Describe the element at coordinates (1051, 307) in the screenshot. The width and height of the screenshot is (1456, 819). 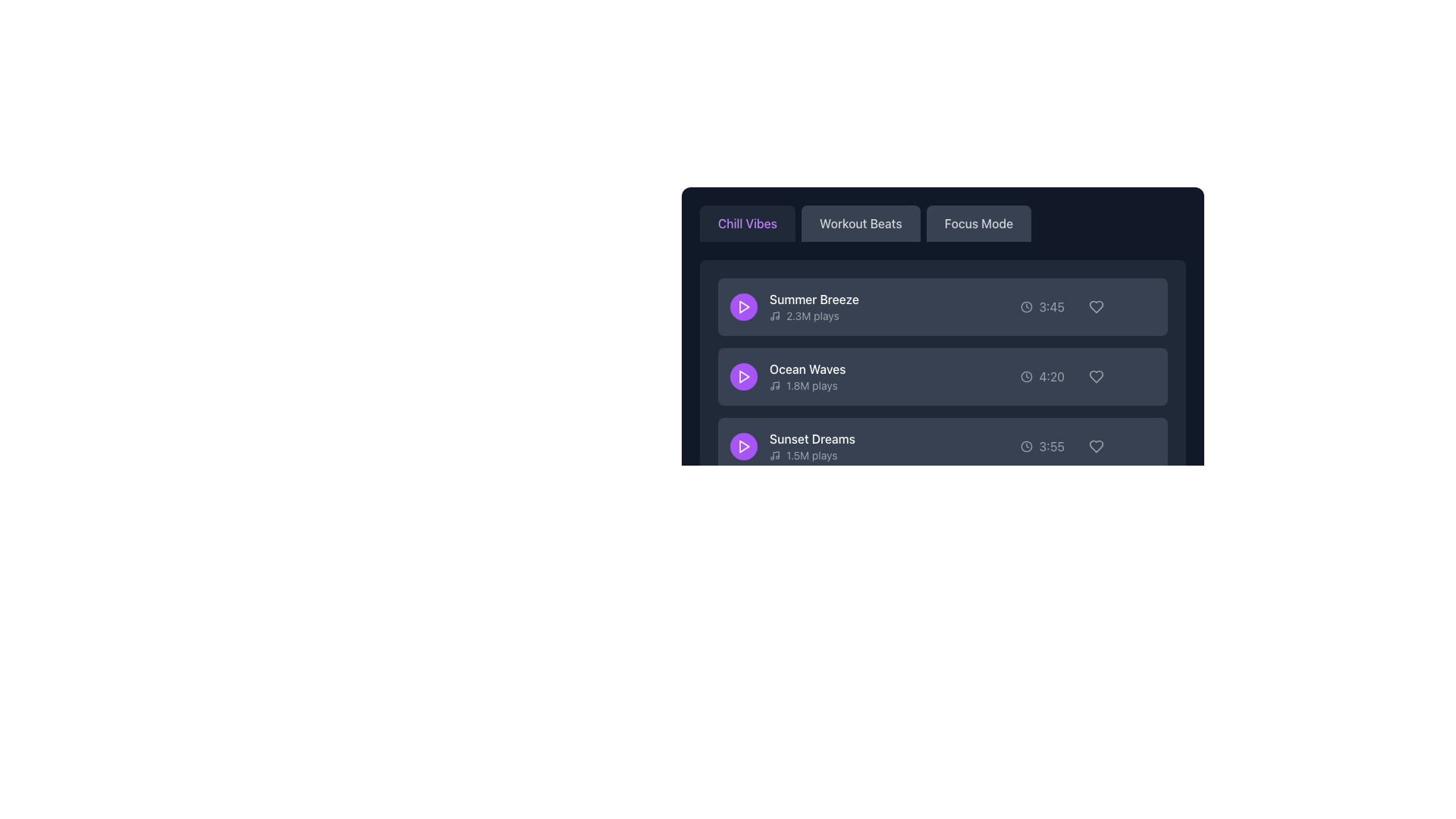
I see `text label displaying the duration of the song 'Summer Breeze', located on the right side of the row, second in the group after the clock icon` at that location.